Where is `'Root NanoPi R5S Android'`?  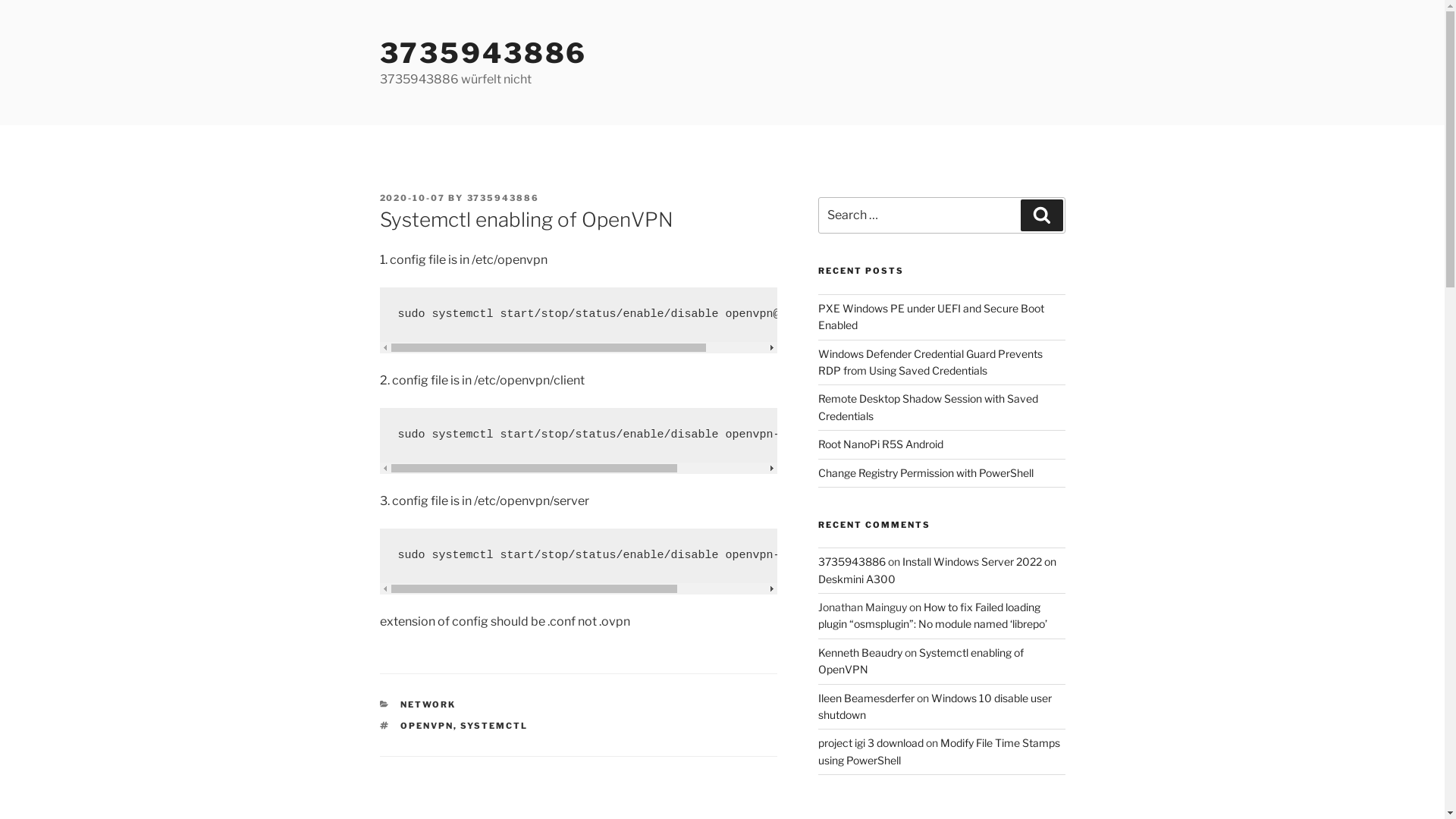
'Root NanoPi R5S Android' is located at coordinates (880, 444).